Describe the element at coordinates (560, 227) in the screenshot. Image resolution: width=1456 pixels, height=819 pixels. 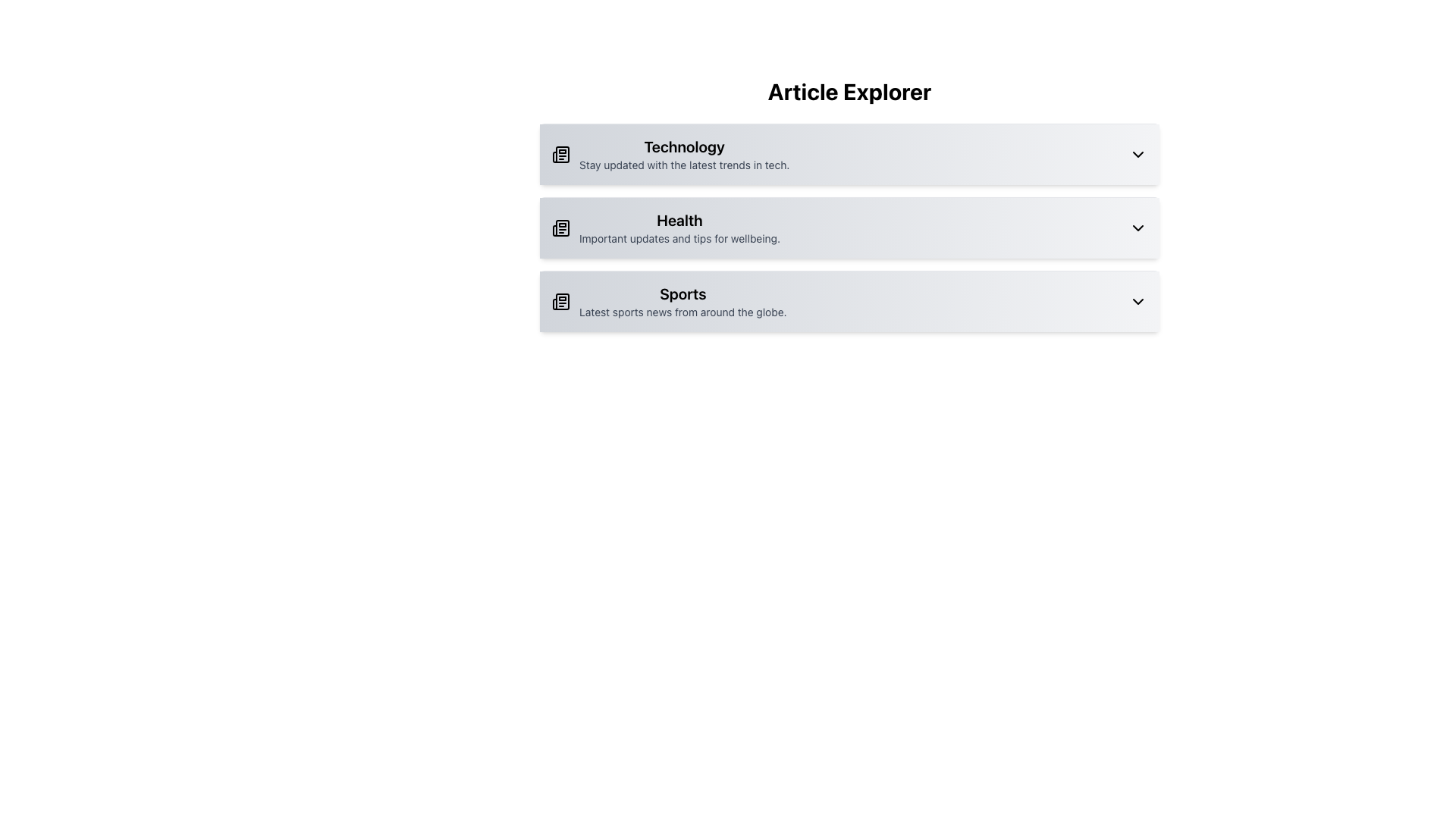
I see `the newspaper icon in the Health section` at that location.